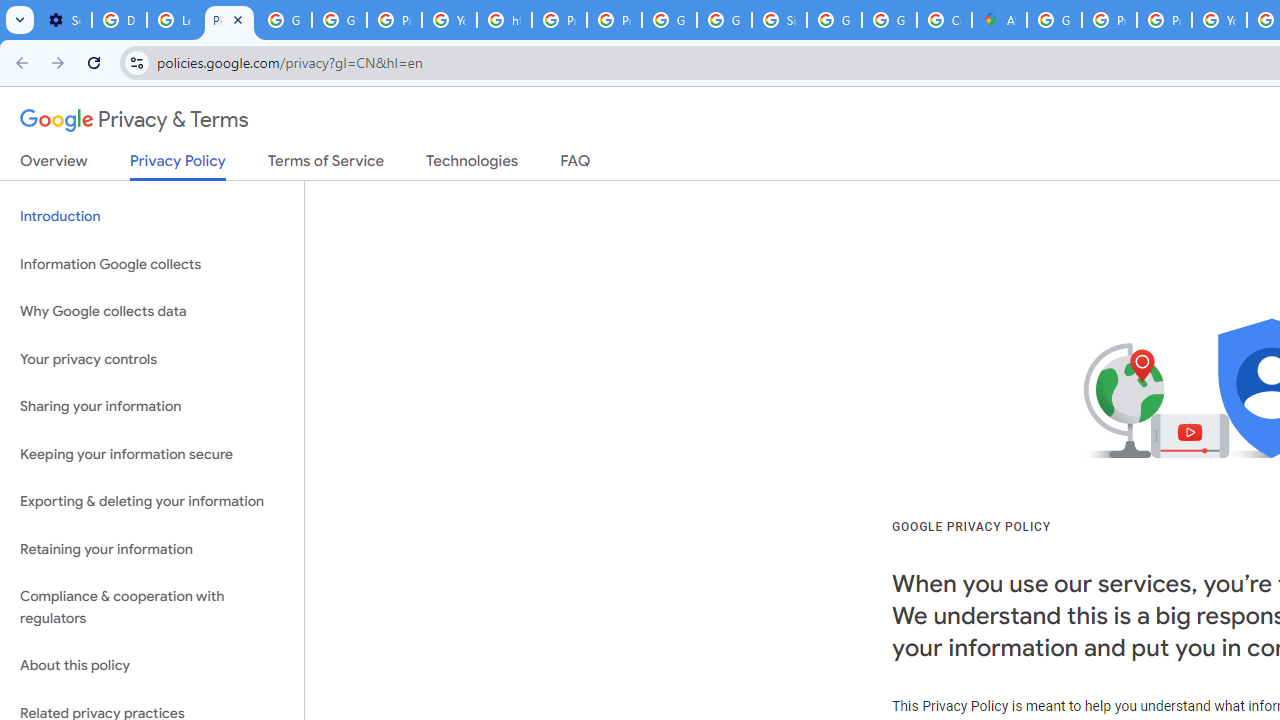 The image size is (1280, 720). I want to click on 'Create your Google Account', so click(943, 20).